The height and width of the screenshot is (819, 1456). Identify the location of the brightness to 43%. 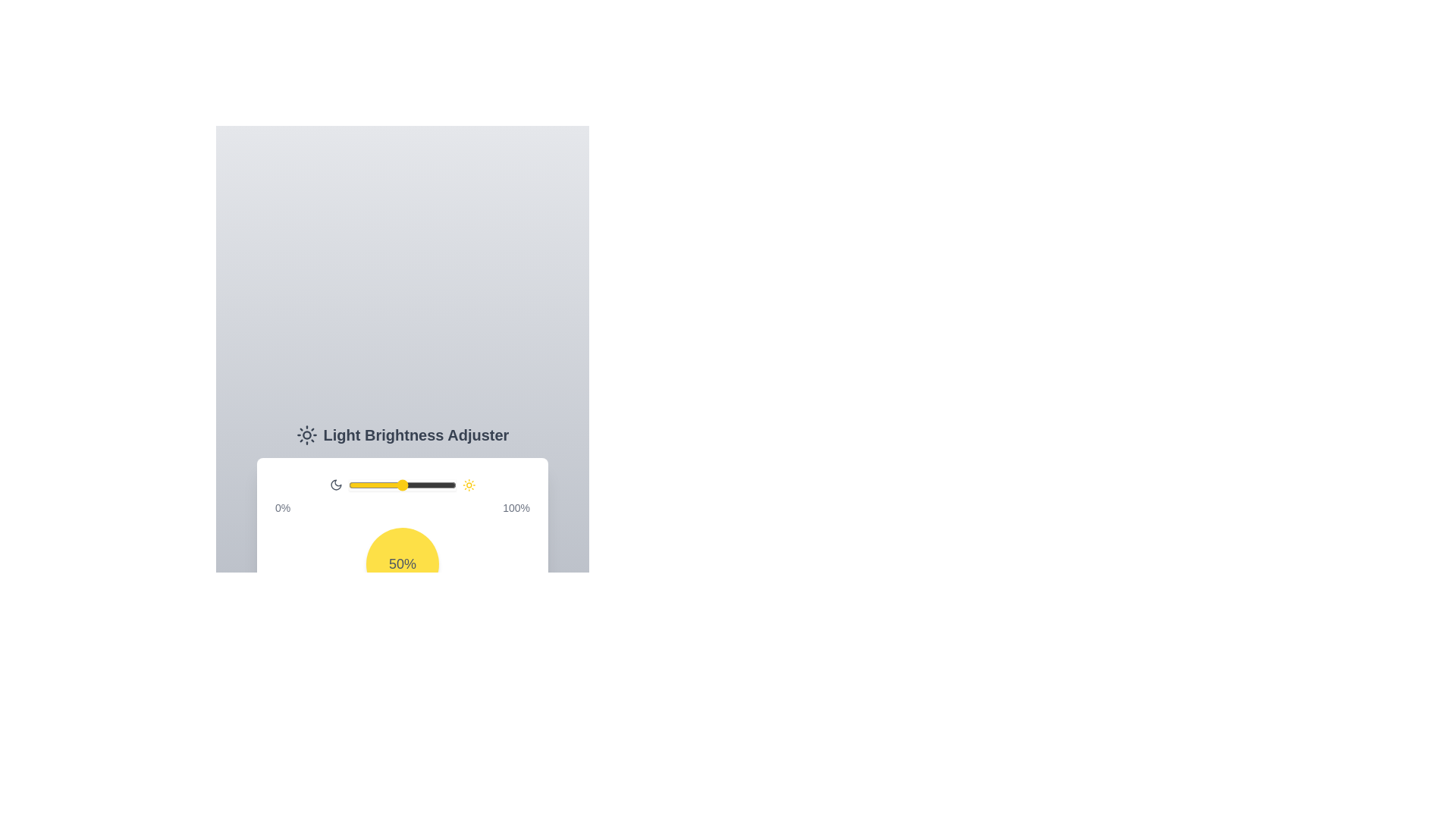
(395, 485).